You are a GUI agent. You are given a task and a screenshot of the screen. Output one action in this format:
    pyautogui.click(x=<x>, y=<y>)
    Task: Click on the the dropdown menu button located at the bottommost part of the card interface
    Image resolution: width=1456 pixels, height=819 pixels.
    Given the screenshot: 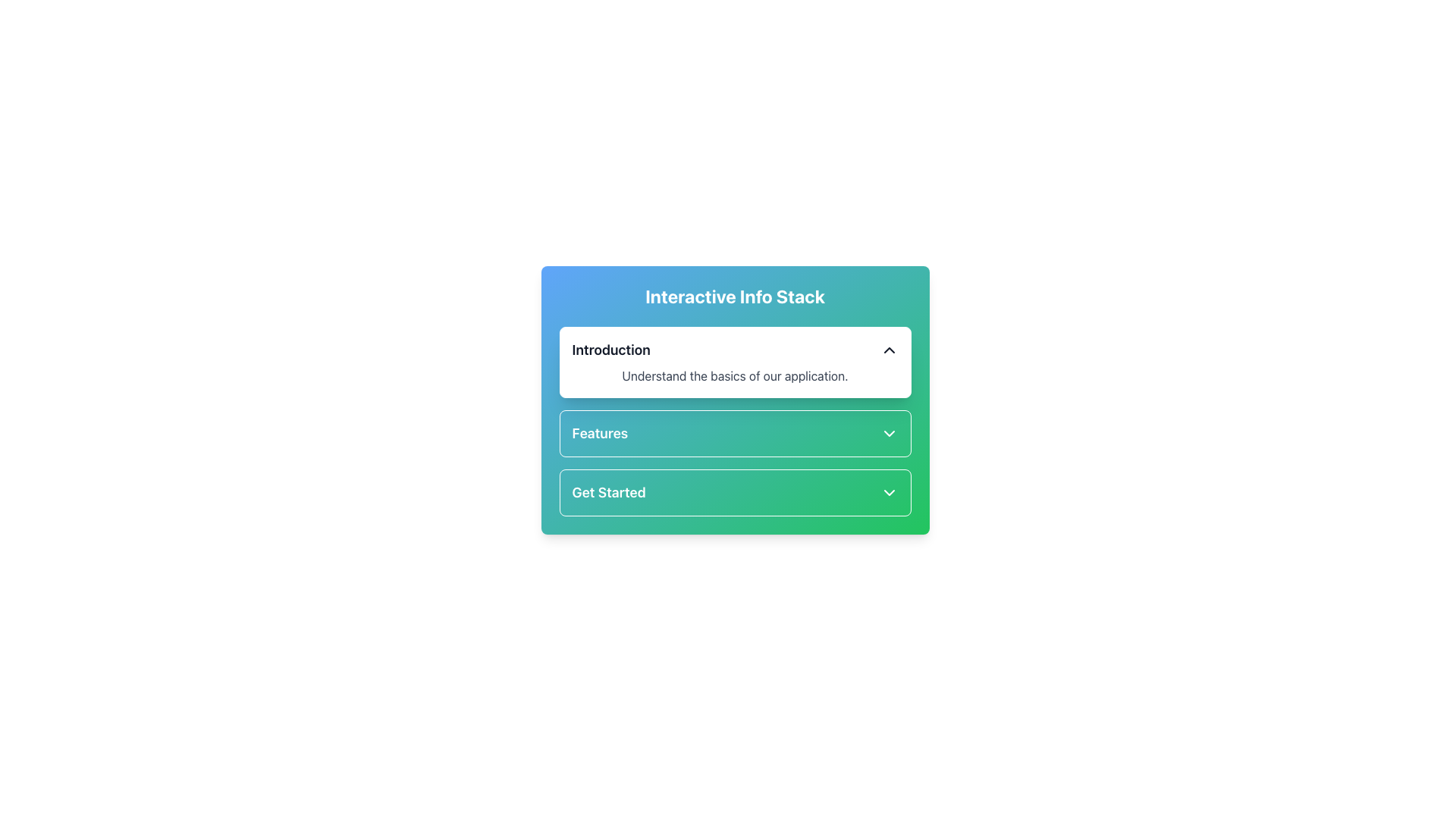 What is the action you would take?
    pyautogui.click(x=735, y=493)
    